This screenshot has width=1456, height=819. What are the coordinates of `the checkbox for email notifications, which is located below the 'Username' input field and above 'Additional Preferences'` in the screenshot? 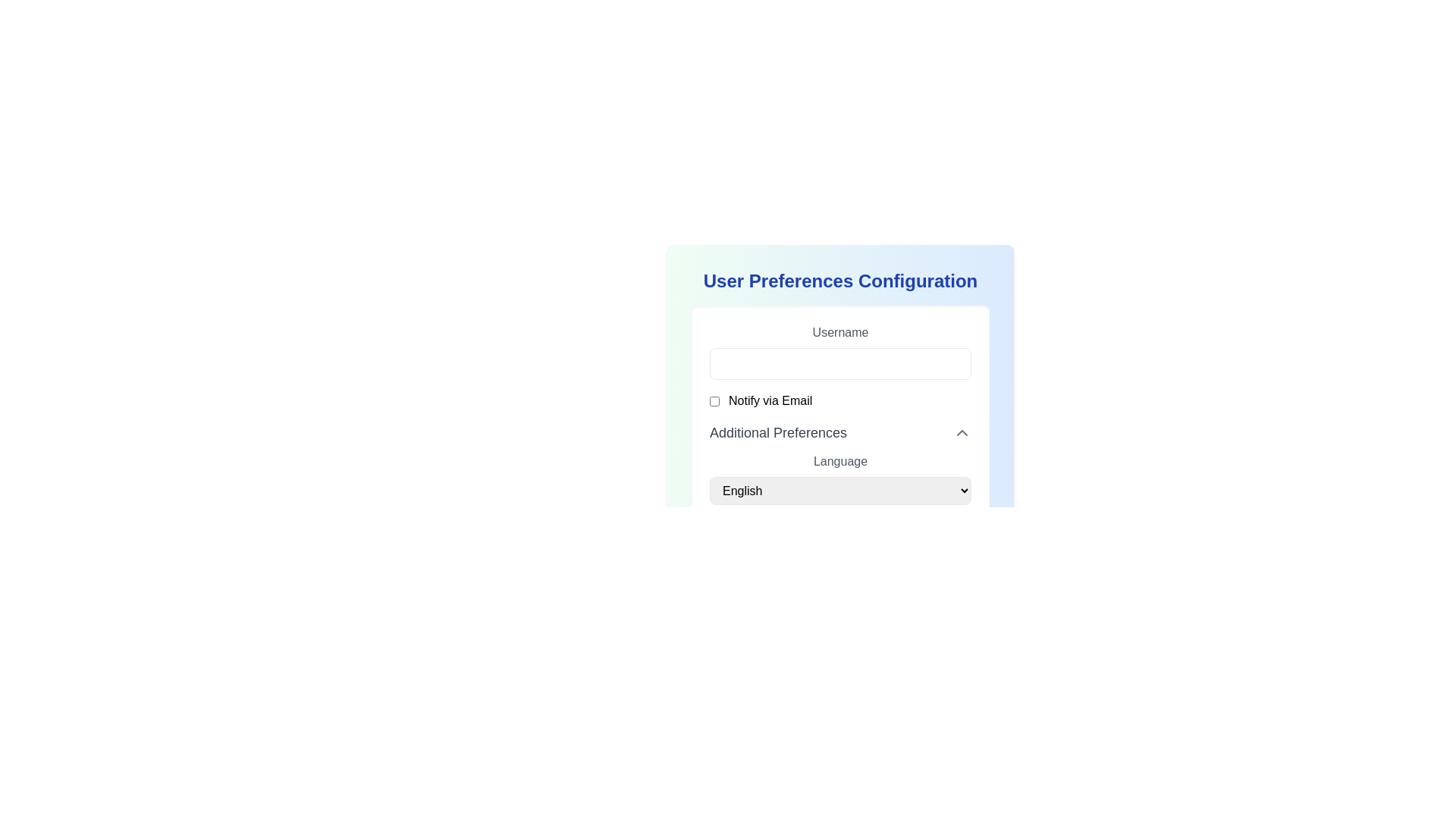 It's located at (714, 400).